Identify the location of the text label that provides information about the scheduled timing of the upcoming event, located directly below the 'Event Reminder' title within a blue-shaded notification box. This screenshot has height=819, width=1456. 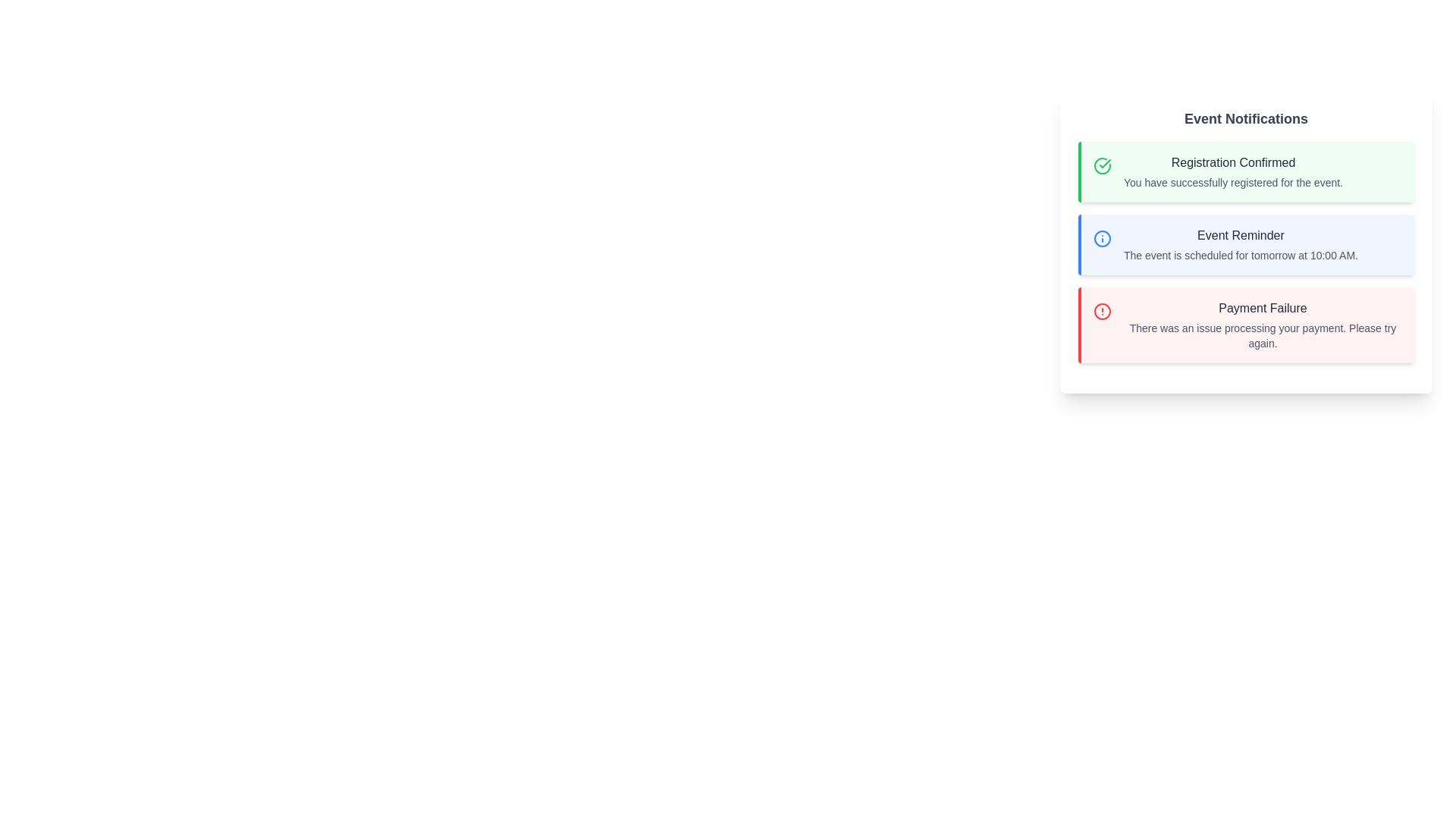
(1241, 254).